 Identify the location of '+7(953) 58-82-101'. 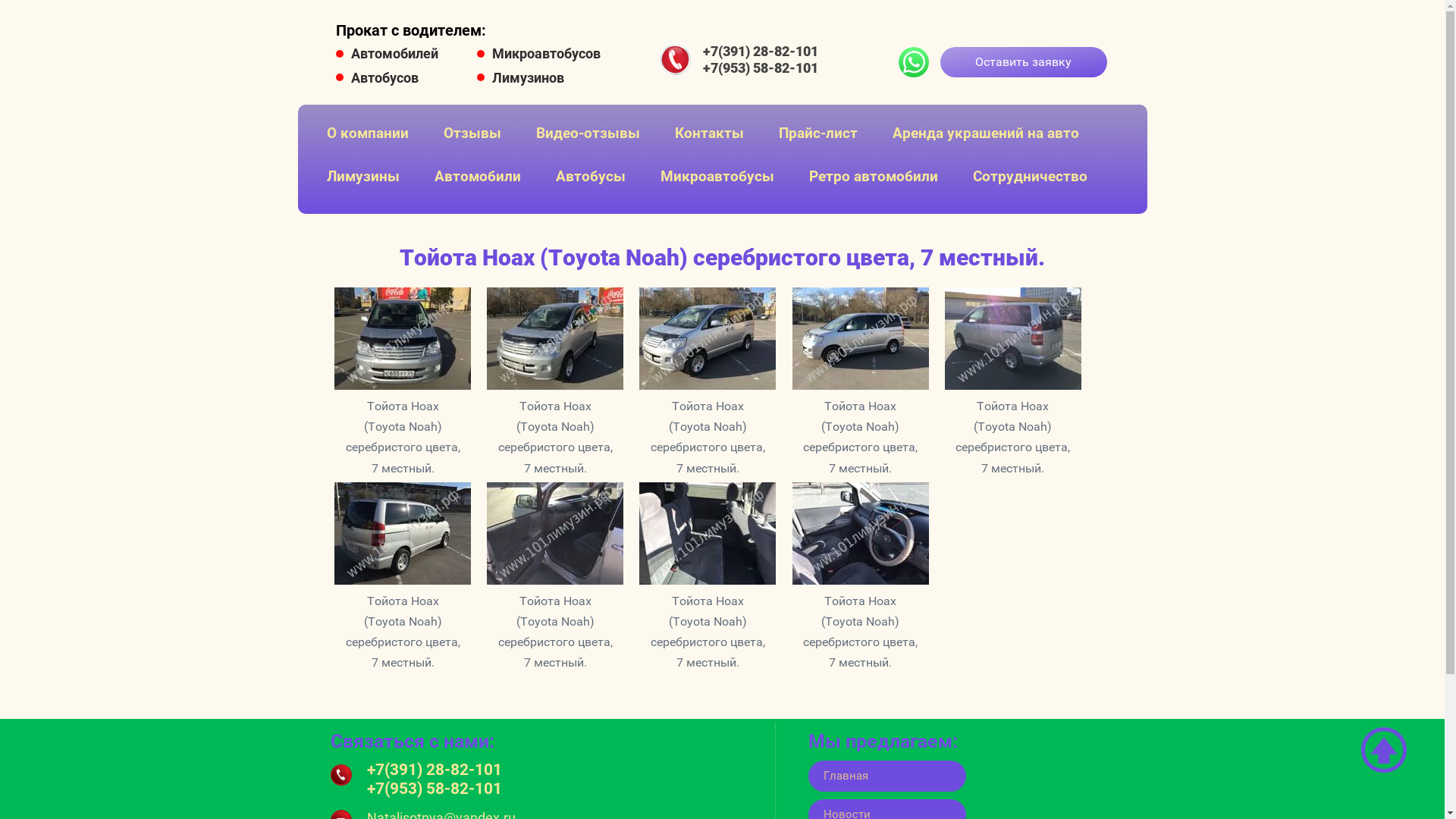
(433, 788).